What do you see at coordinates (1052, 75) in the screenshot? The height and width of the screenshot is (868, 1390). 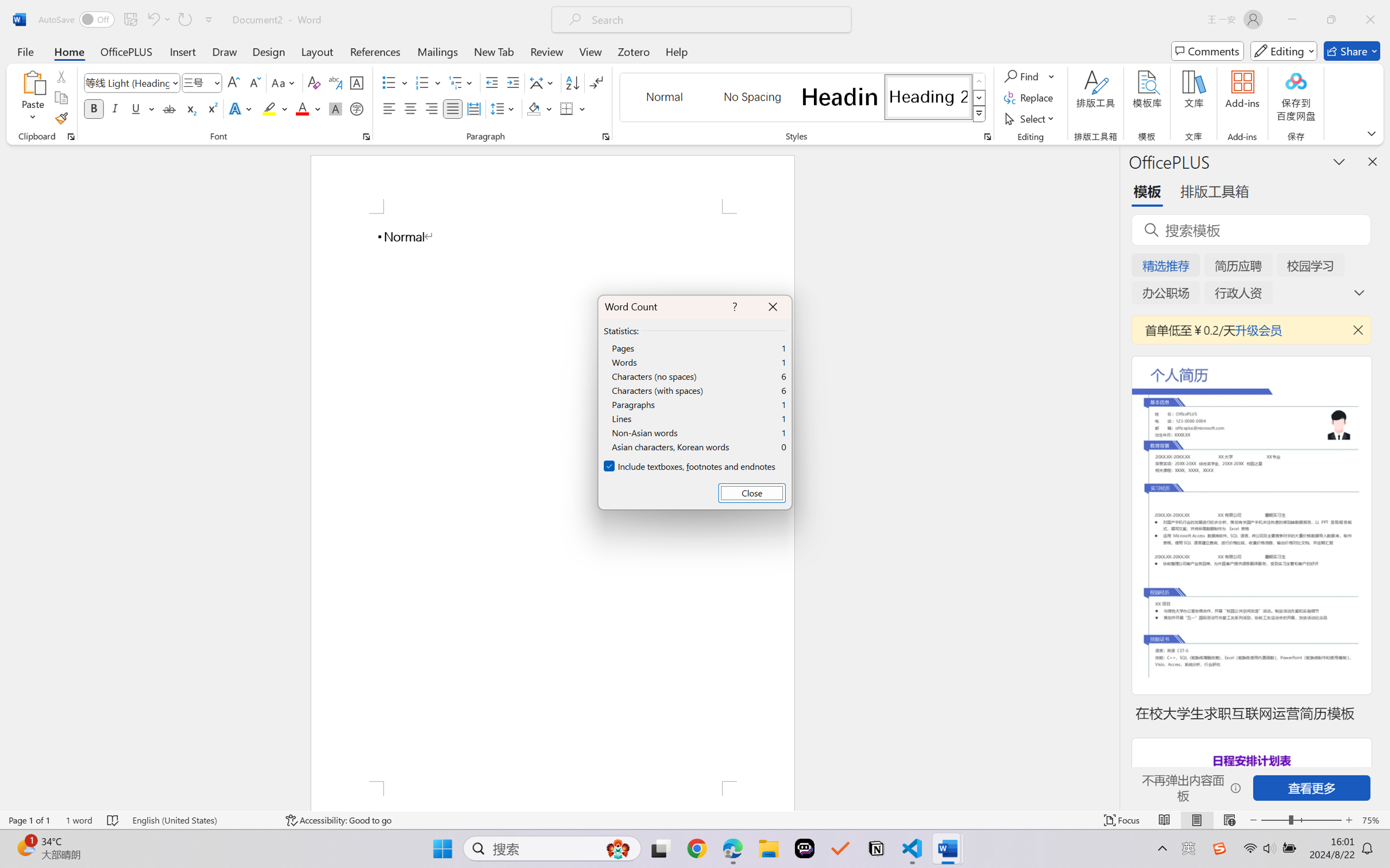 I see `'More Options'` at bounding box center [1052, 75].